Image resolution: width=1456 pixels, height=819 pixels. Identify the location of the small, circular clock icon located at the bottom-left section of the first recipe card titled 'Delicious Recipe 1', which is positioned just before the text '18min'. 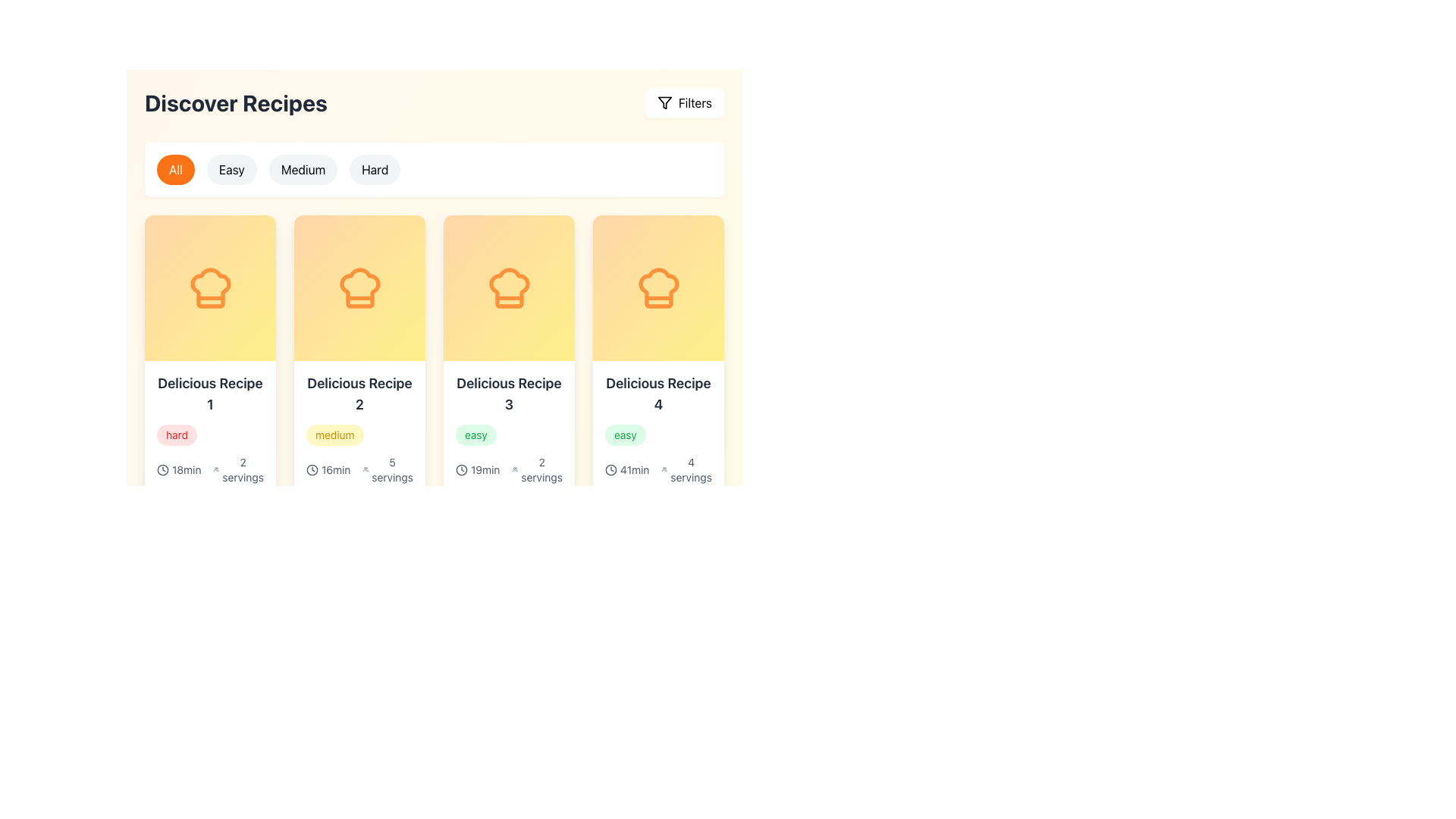
(163, 469).